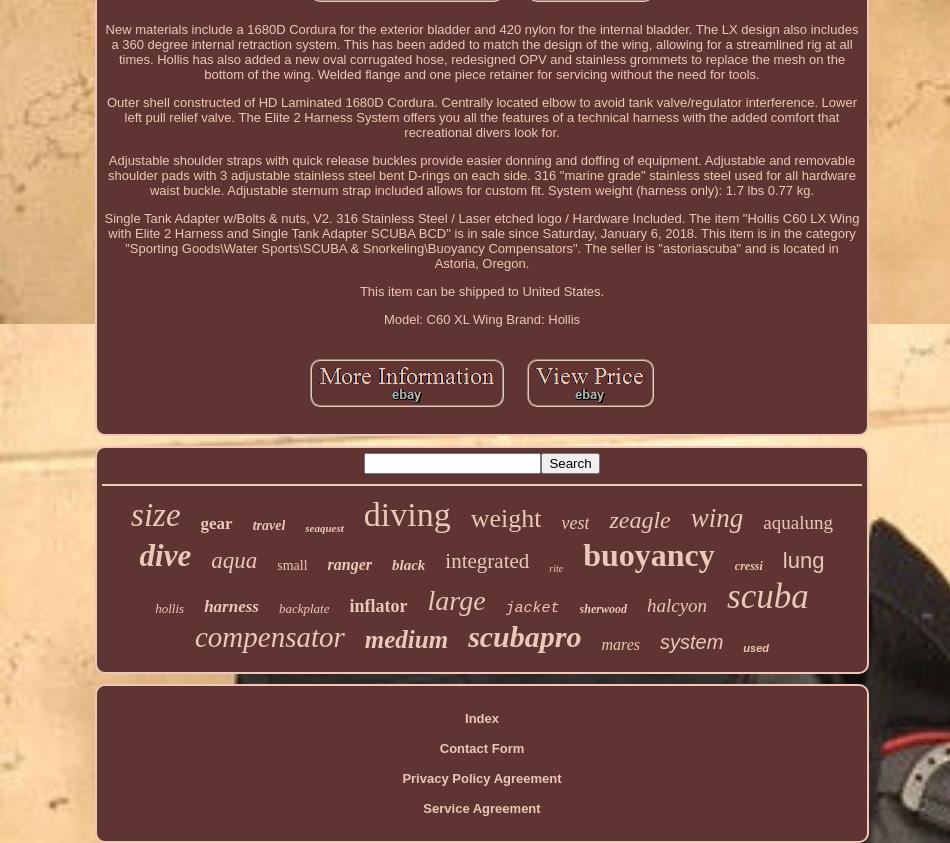 The height and width of the screenshot is (843, 950). What do you see at coordinates (405, 514) in the screenshot?
I see `'diving'` at bounding box center [405, 514].